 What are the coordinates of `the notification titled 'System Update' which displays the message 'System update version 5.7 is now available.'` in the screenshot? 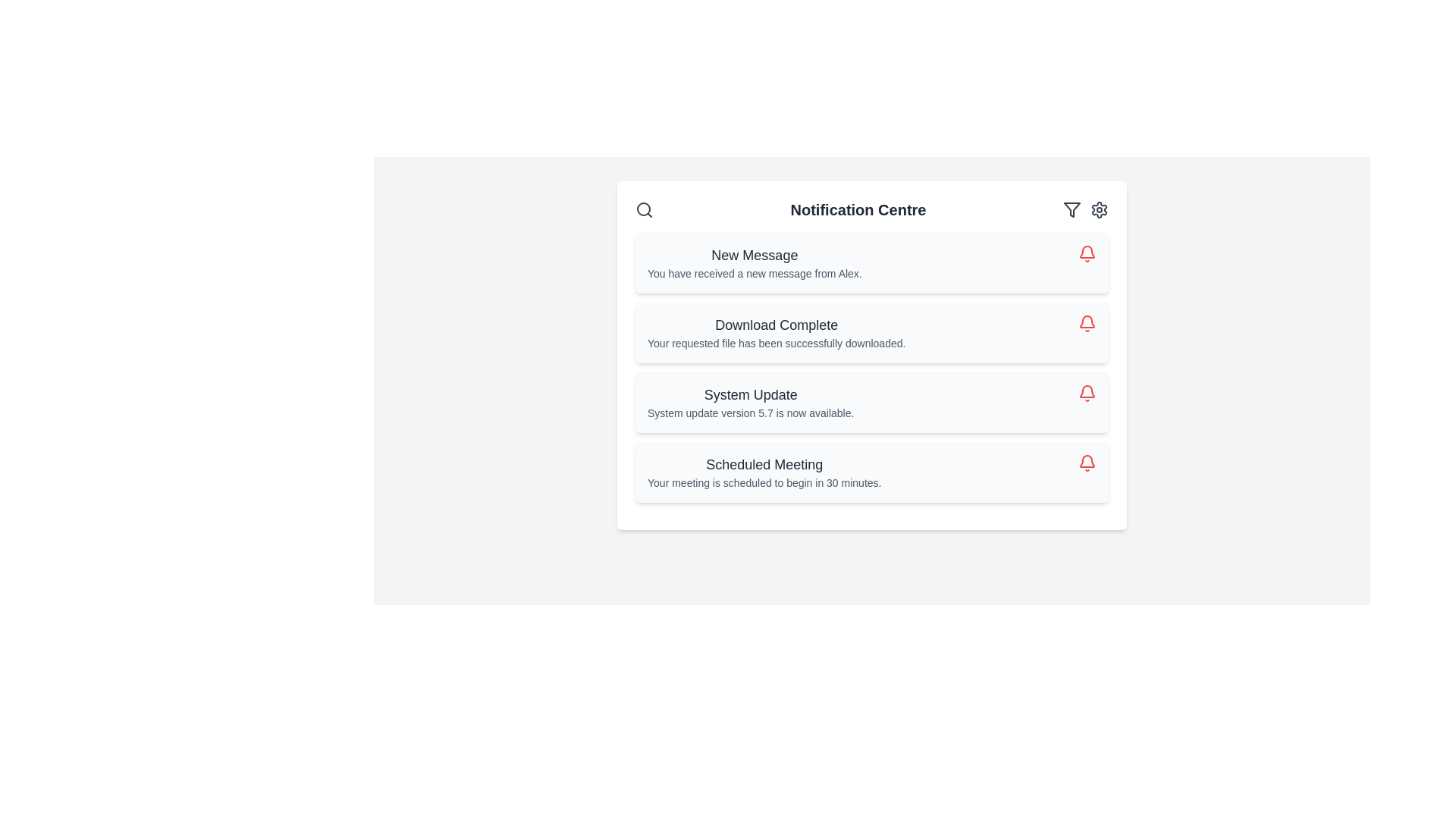 It's located at (872, 368).